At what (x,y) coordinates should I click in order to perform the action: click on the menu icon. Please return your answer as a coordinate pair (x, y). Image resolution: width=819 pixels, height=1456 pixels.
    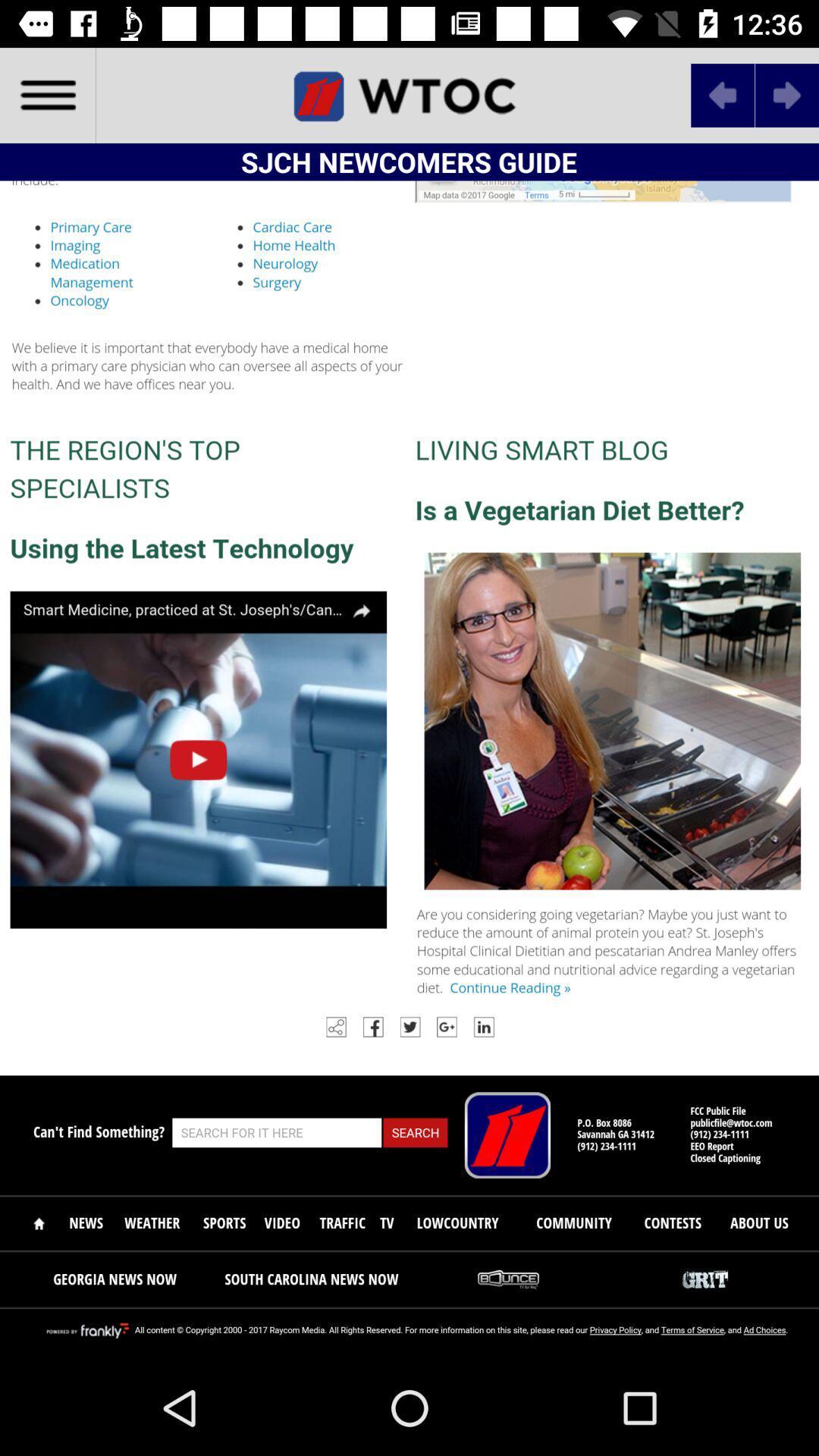
    Looking at the image, I should click on (46, 94).